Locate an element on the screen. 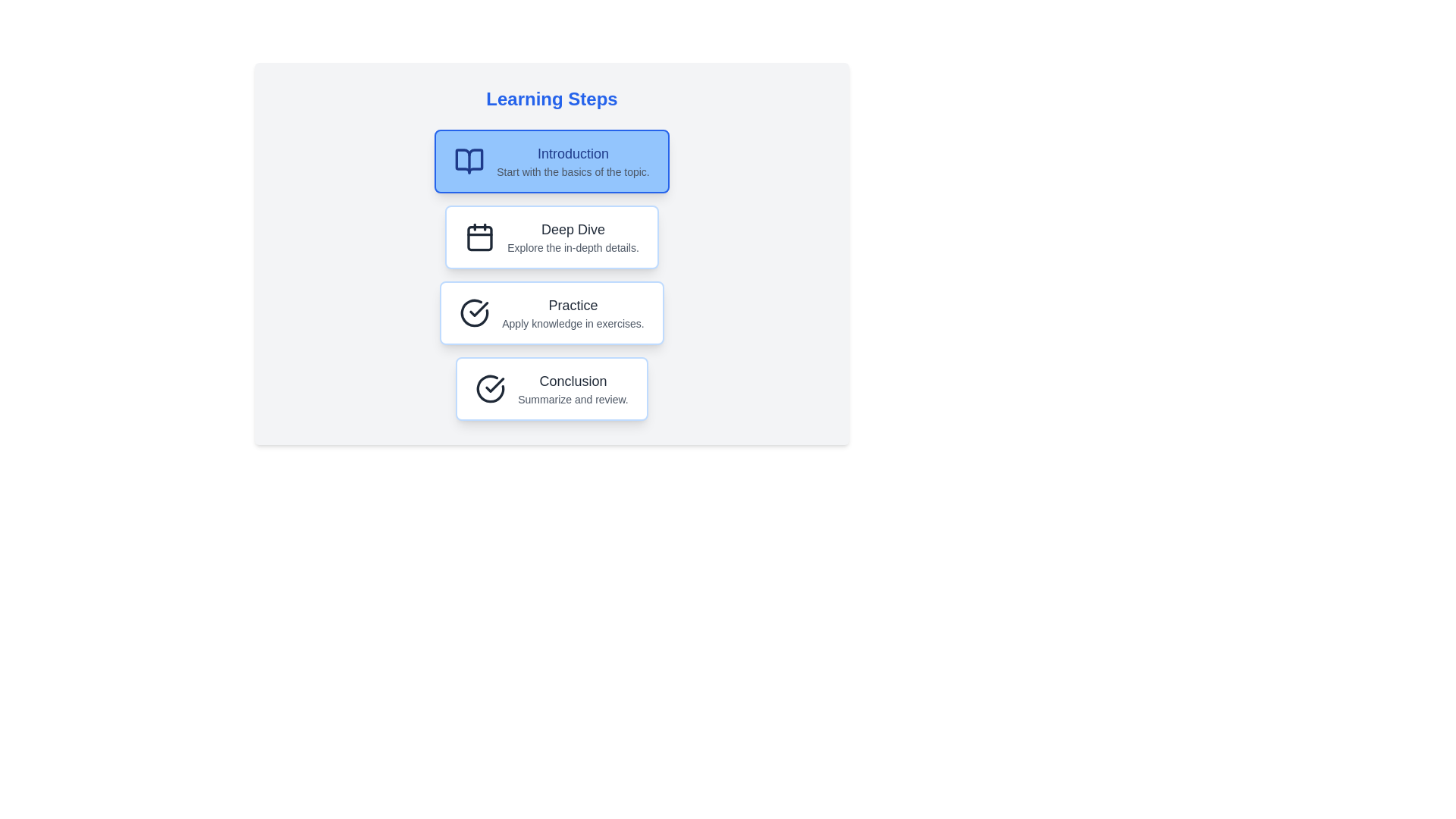 The width and height of the screenshot is (1456, 819). the text label displaying 'Summarize and review' which is positioned beneath the 'Conclusion' text within the 'Conclusion' card is located at coordinates (572, 399).